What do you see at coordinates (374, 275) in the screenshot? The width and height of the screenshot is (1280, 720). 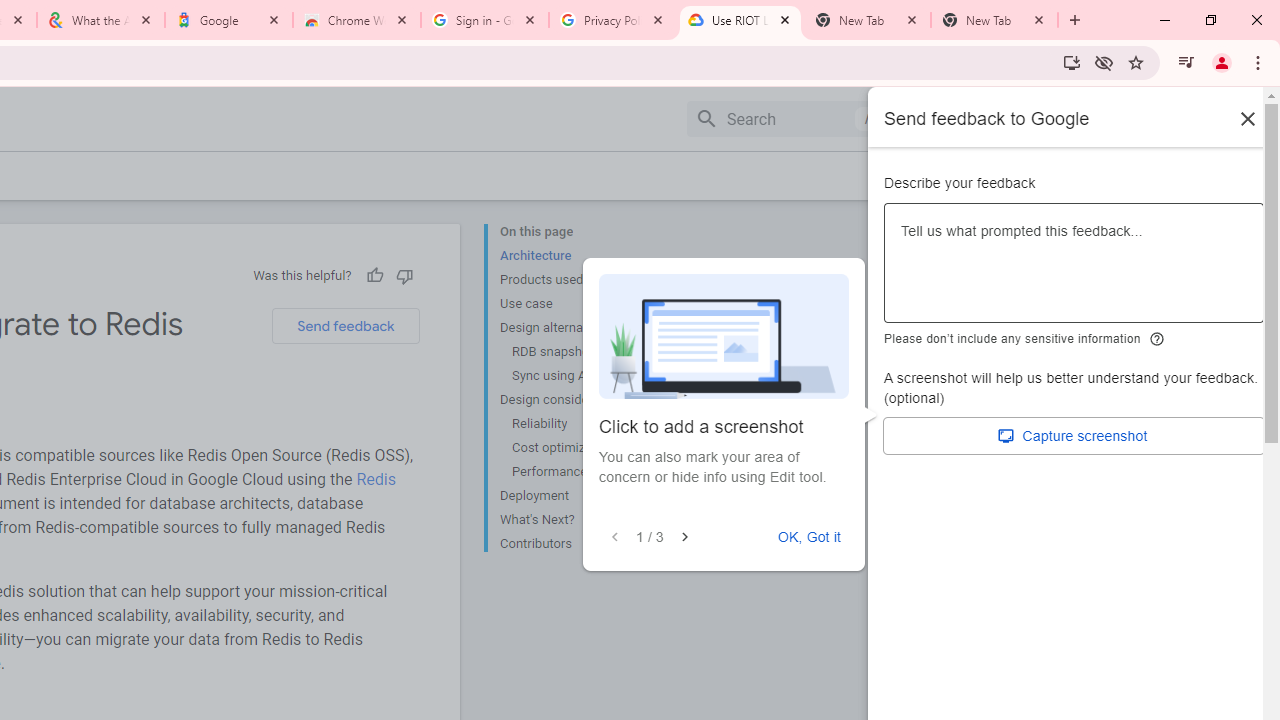 I see `'Helpful'` at bounding box center [374, 275].